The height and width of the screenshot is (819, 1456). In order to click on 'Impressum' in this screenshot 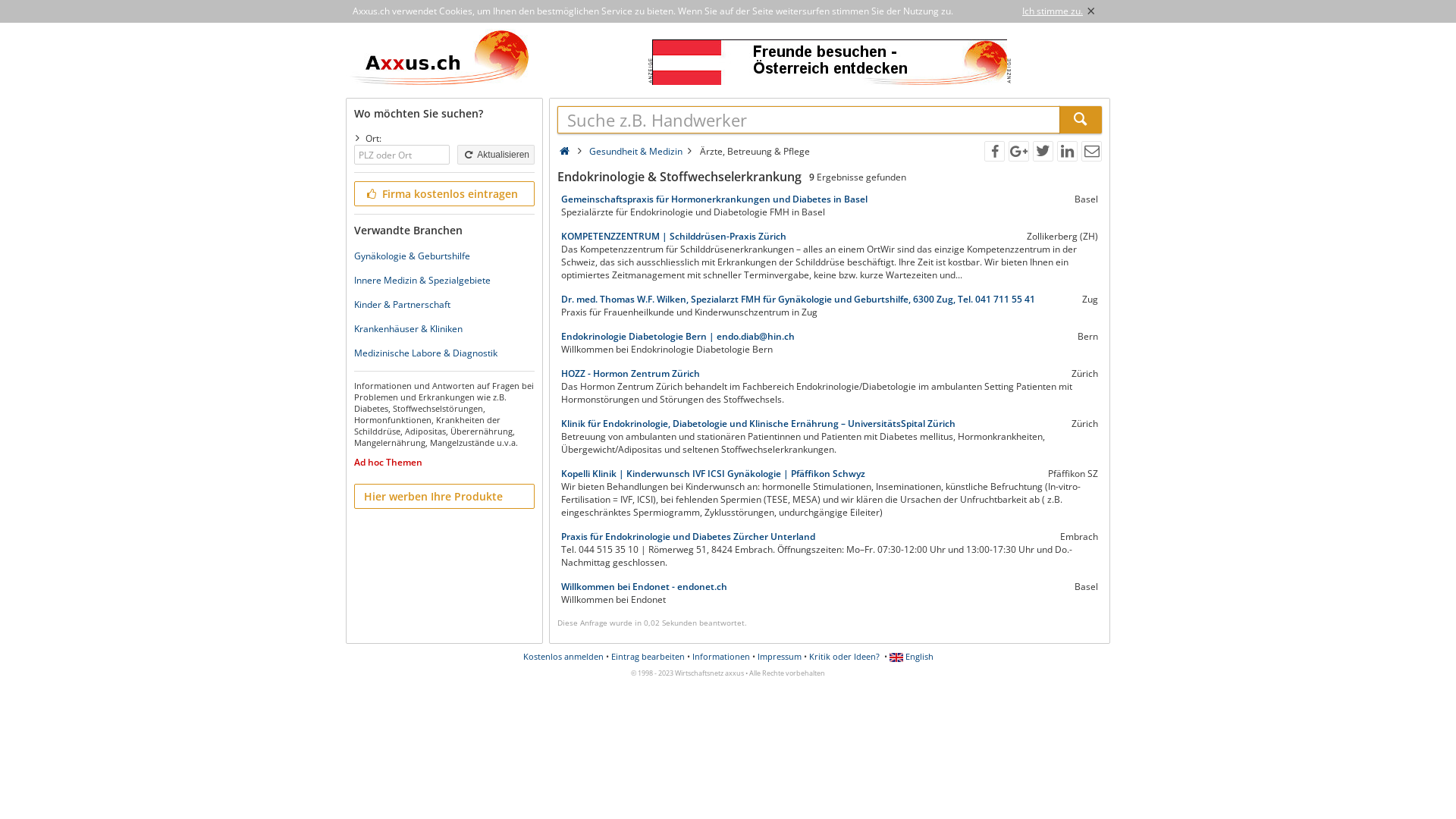, I will do `click(779, 655)`.